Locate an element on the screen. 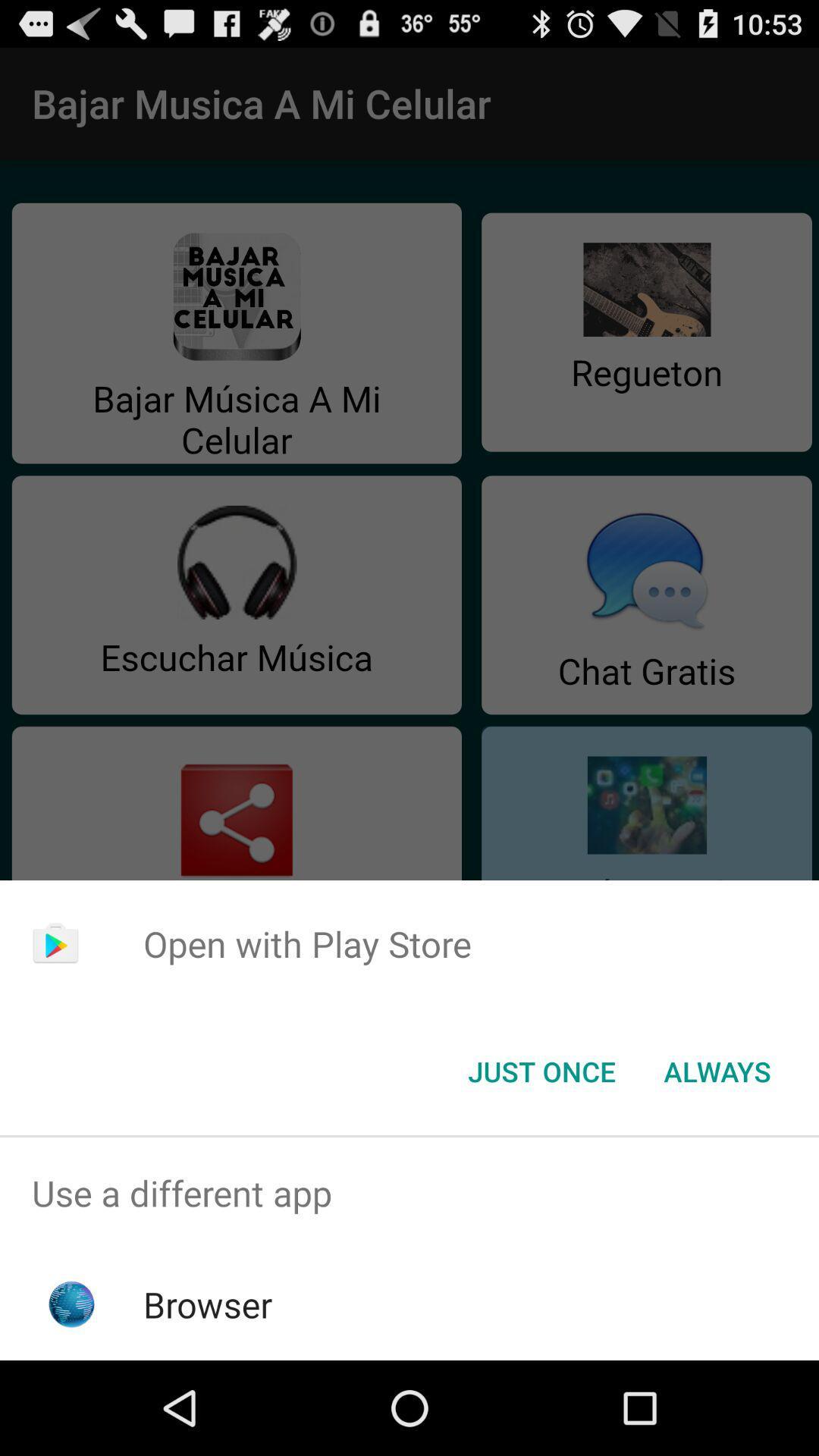 The width and height of the screenshot is (819, 1456). use a different app is located at coordinates (409, 1192).